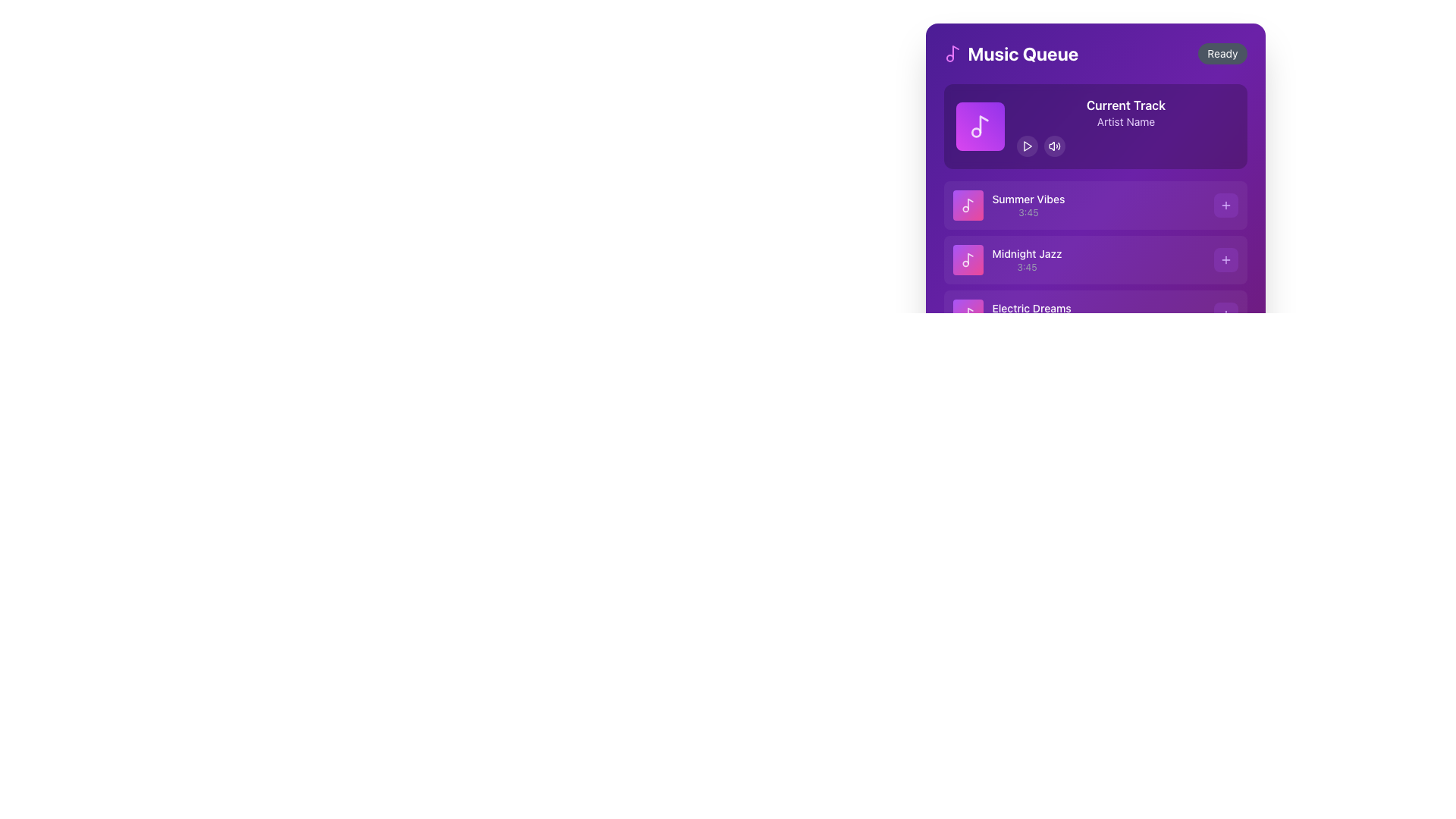 The width and height of the screenshot is (1456, 819). I want to click on the 'Summer Vibes' text label element, which is displayed in white font above the smaller gray text '3:45', located in the second row of the playlist interface, so click(1028, 205).